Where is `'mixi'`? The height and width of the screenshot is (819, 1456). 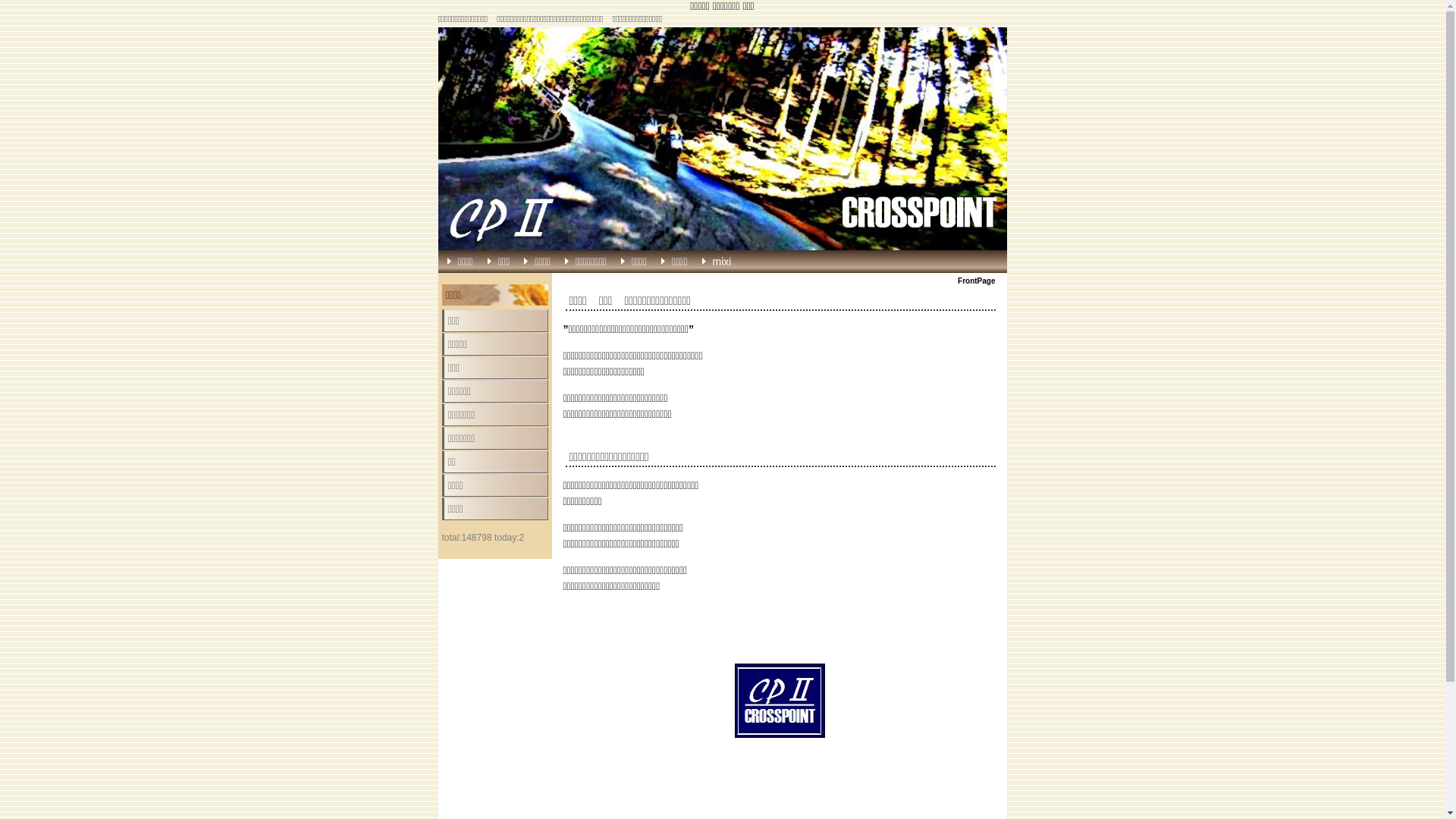
'mixi' is located at coordinates (733, 260).